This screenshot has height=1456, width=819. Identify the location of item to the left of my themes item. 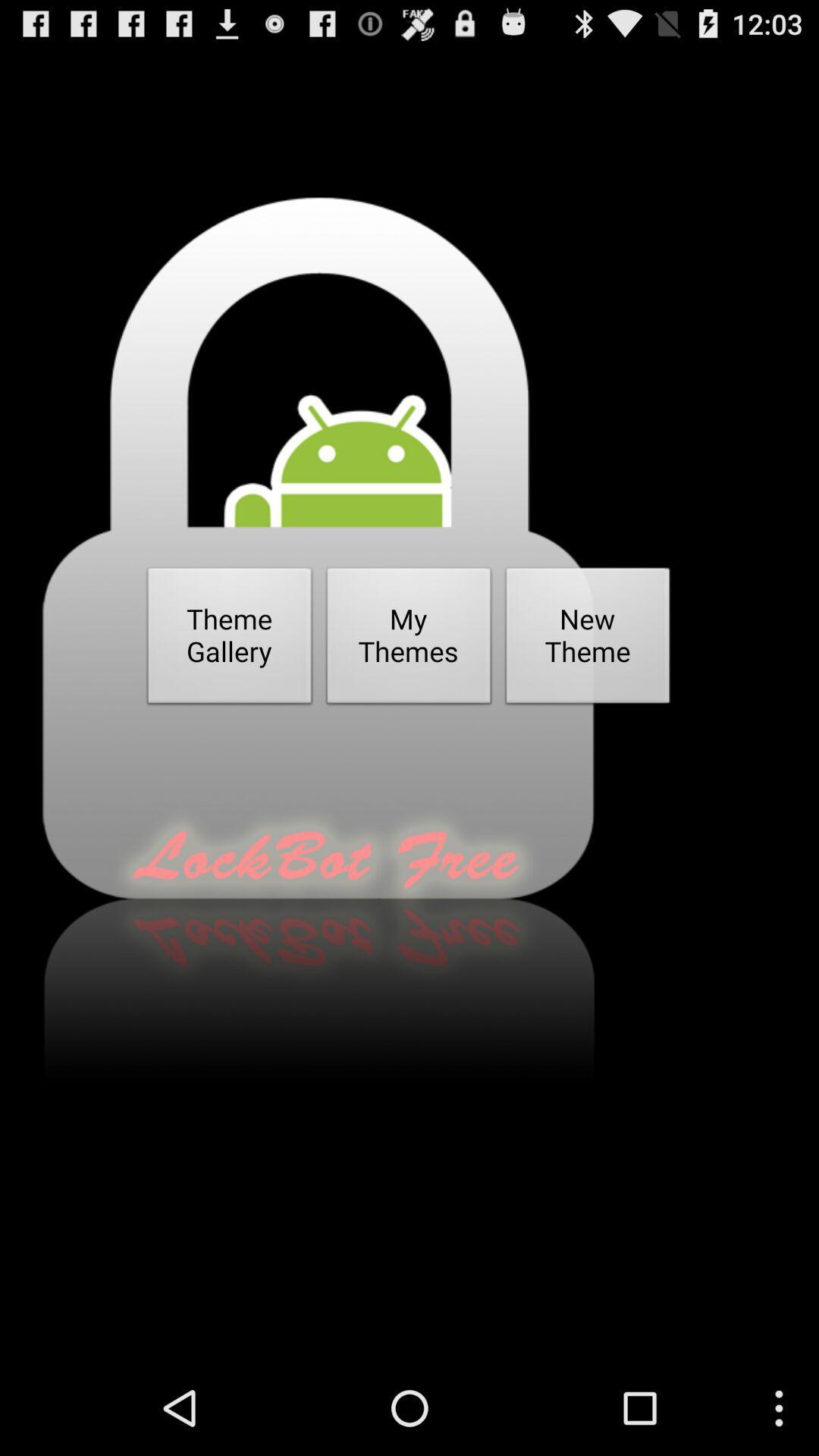
(230, 640).